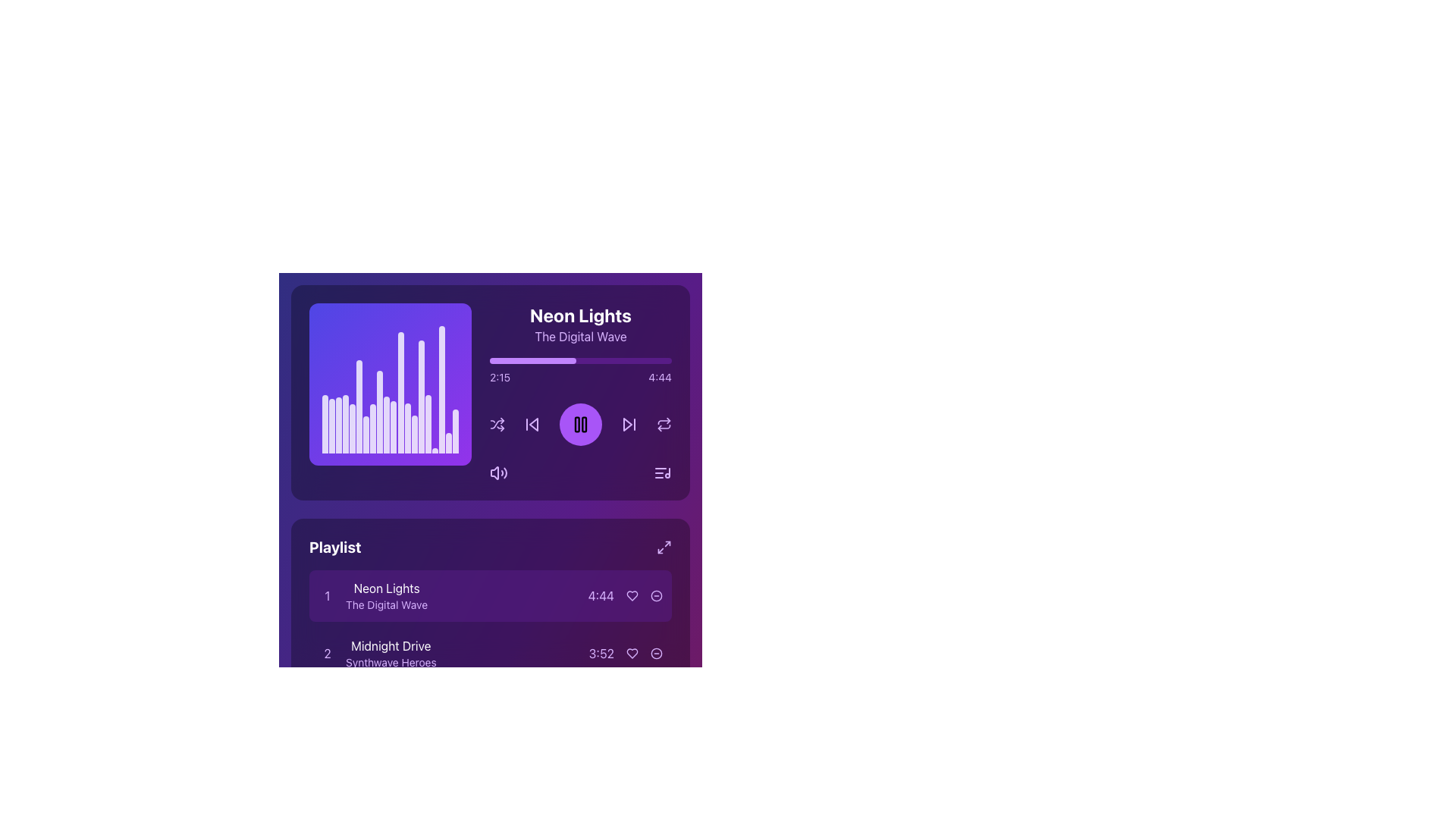 This screenshot has height=819, width=1456. What do you see at coordinates (533, 472) in the screenshot?
I see `the volume slider` at bounding box center [533, 472].